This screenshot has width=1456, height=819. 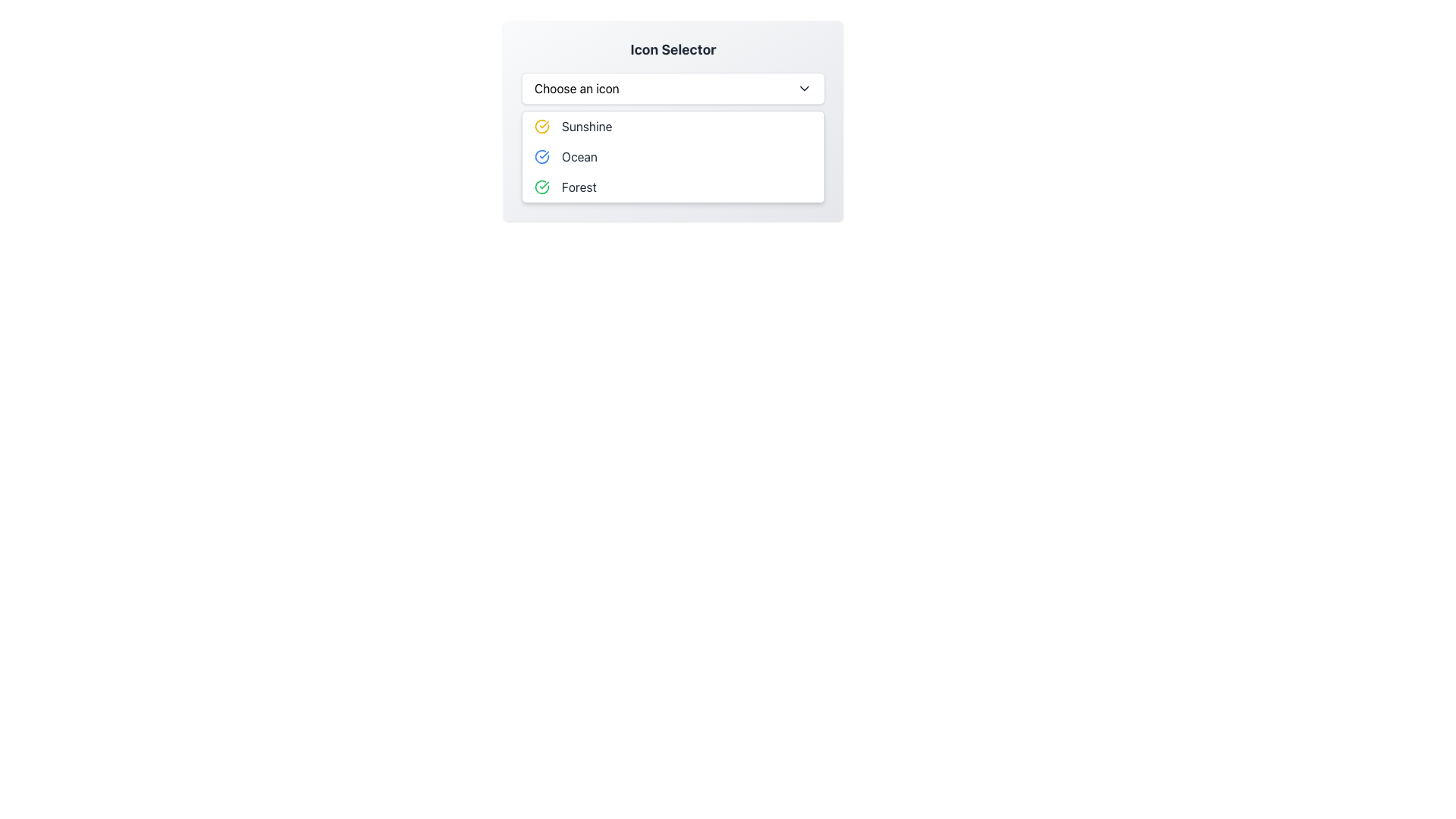 I want to click on the text label displaying 'Sunshine' in bold gray font, which is located to the right of a yellow circular checkmark icon, so click(x=586, y=125).